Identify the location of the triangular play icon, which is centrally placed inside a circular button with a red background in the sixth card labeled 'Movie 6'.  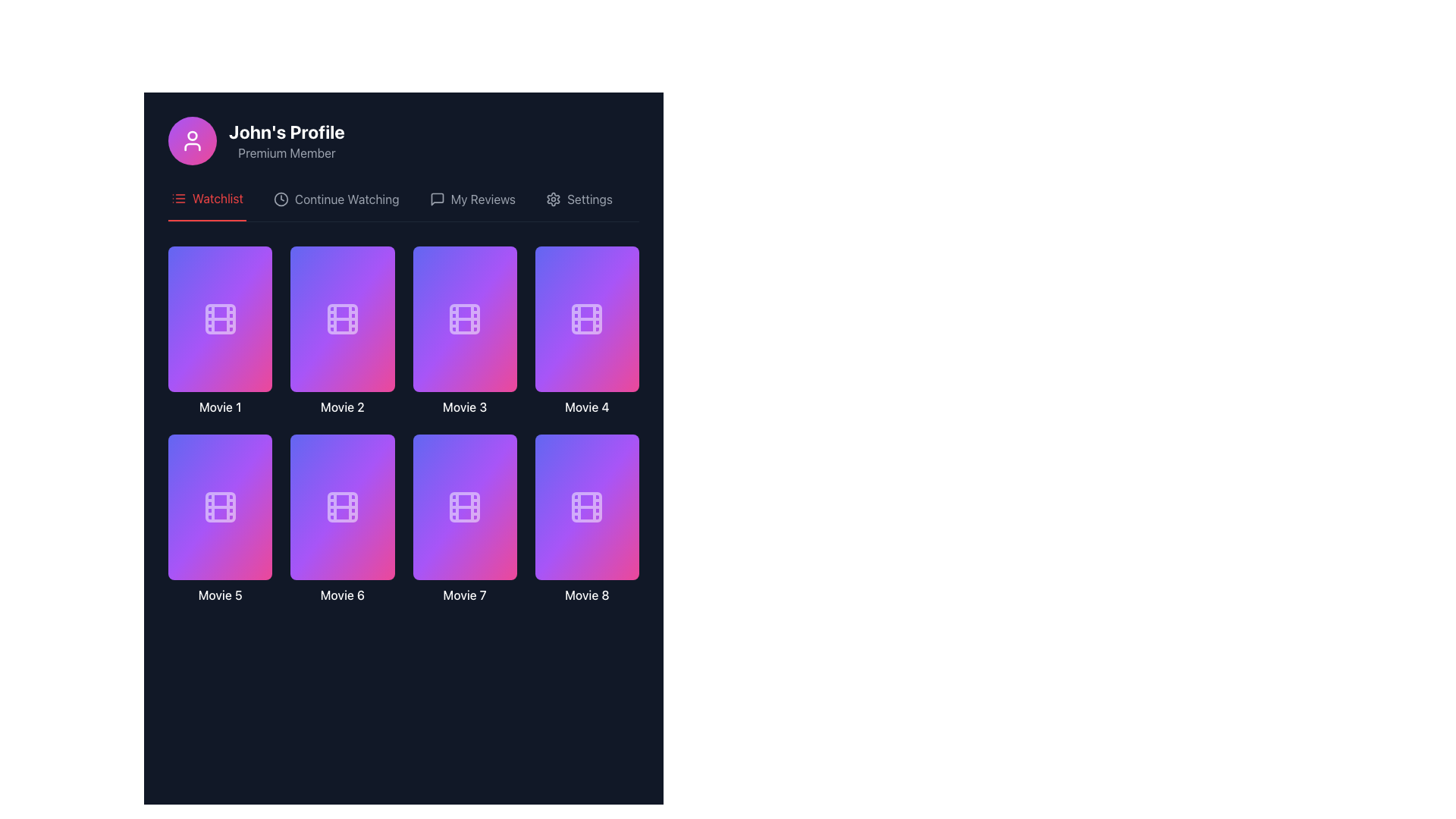
(341, 500).